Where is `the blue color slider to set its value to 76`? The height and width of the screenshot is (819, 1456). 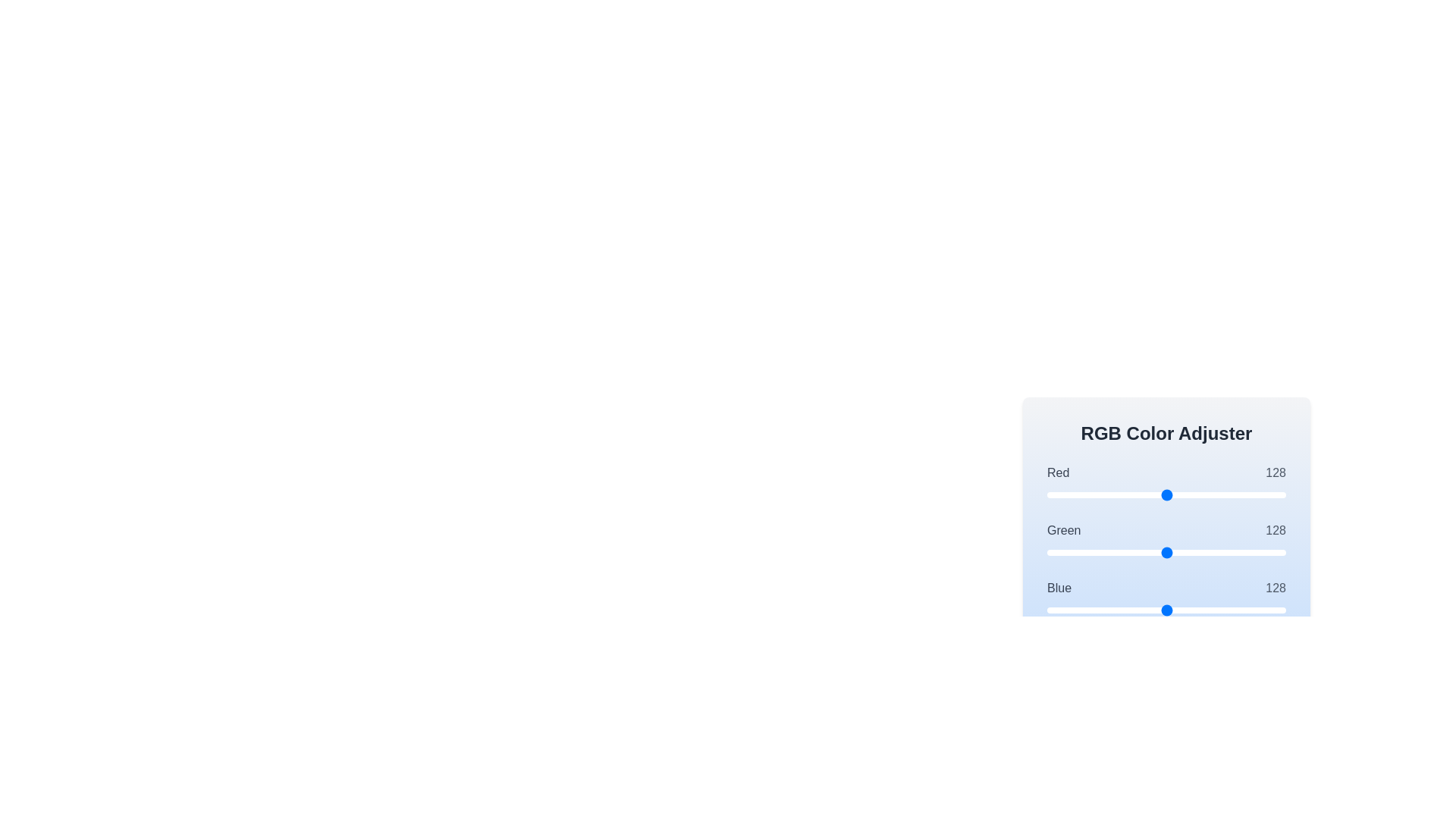 the blue color slider to set its value to 76 is located at coordinates (1118, 610).